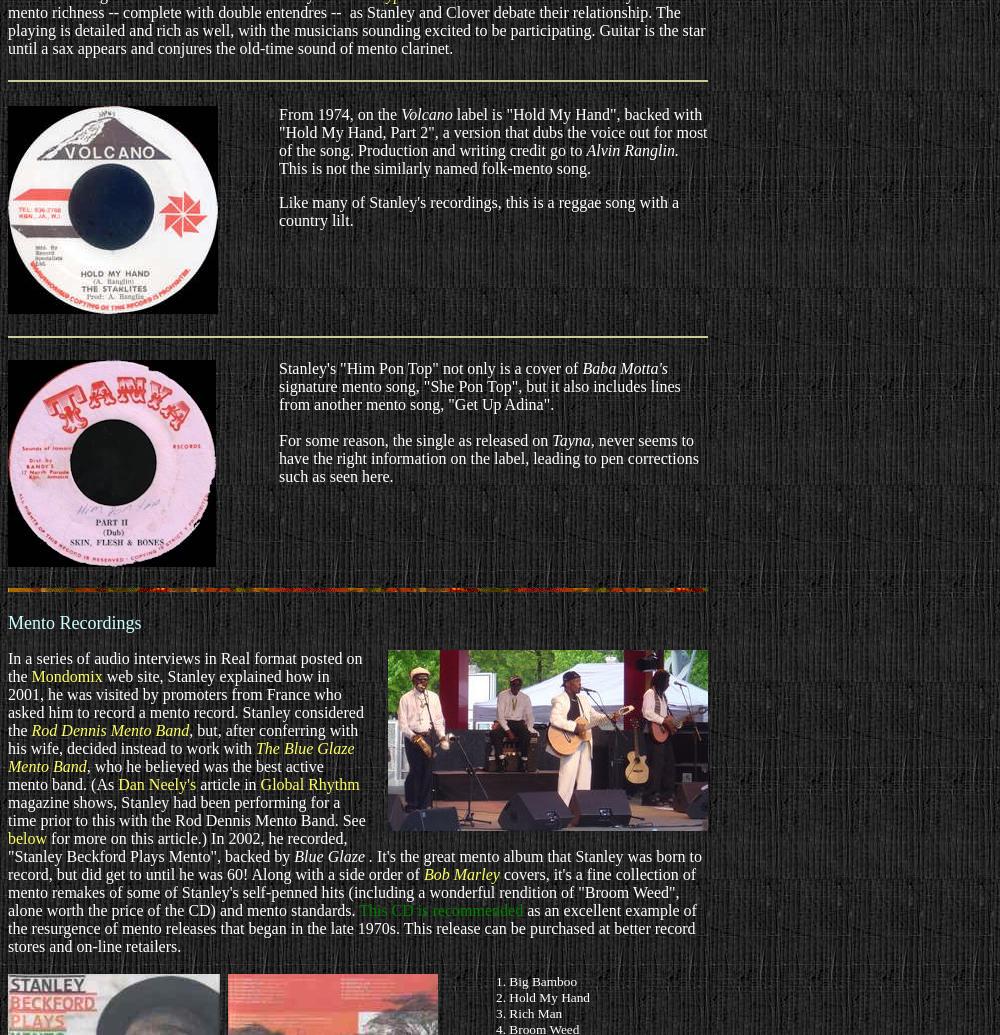 Image resolution: width=1000 pixels, height=1035 pixels. I want to click on 'In 
		a series of audio interviews in Real format posted on the', so click(185, 666).